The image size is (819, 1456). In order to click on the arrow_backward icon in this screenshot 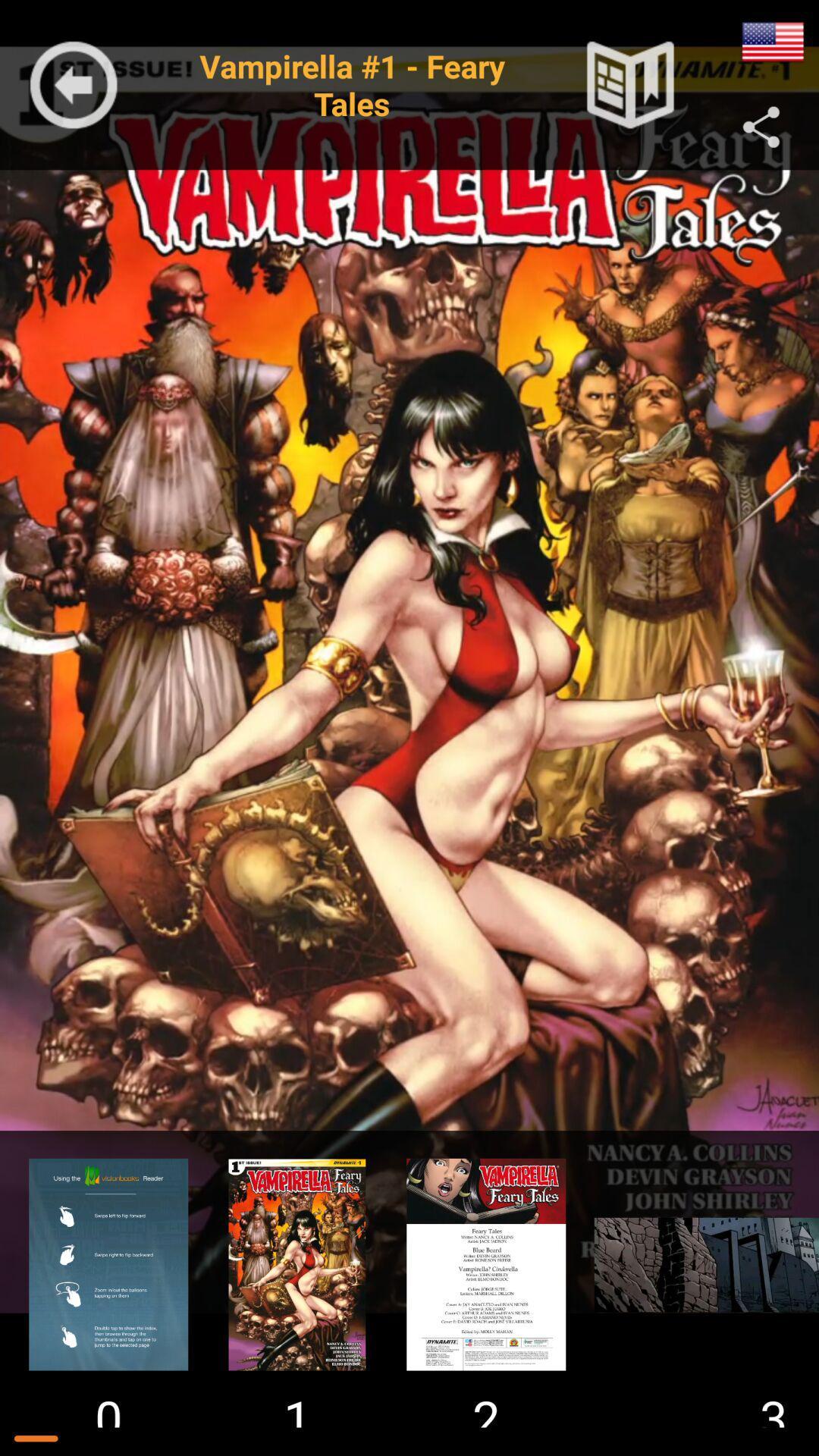, I will do `click(74, 84)`.